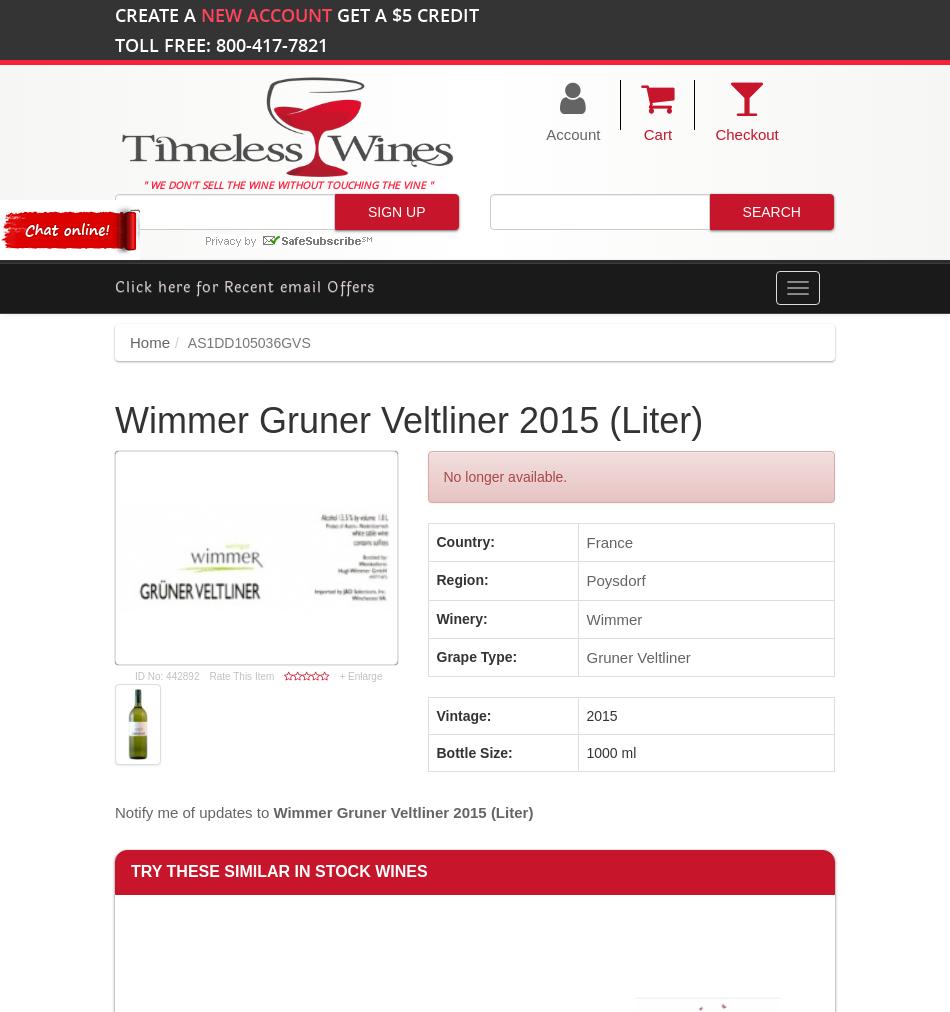 Image resolution: width=950 pixels, height=1012 pixels. What do you see at coordinates (299, 285) in the screenshot?
I see `'Recent email Offers'` at bounding box center [299, 285].